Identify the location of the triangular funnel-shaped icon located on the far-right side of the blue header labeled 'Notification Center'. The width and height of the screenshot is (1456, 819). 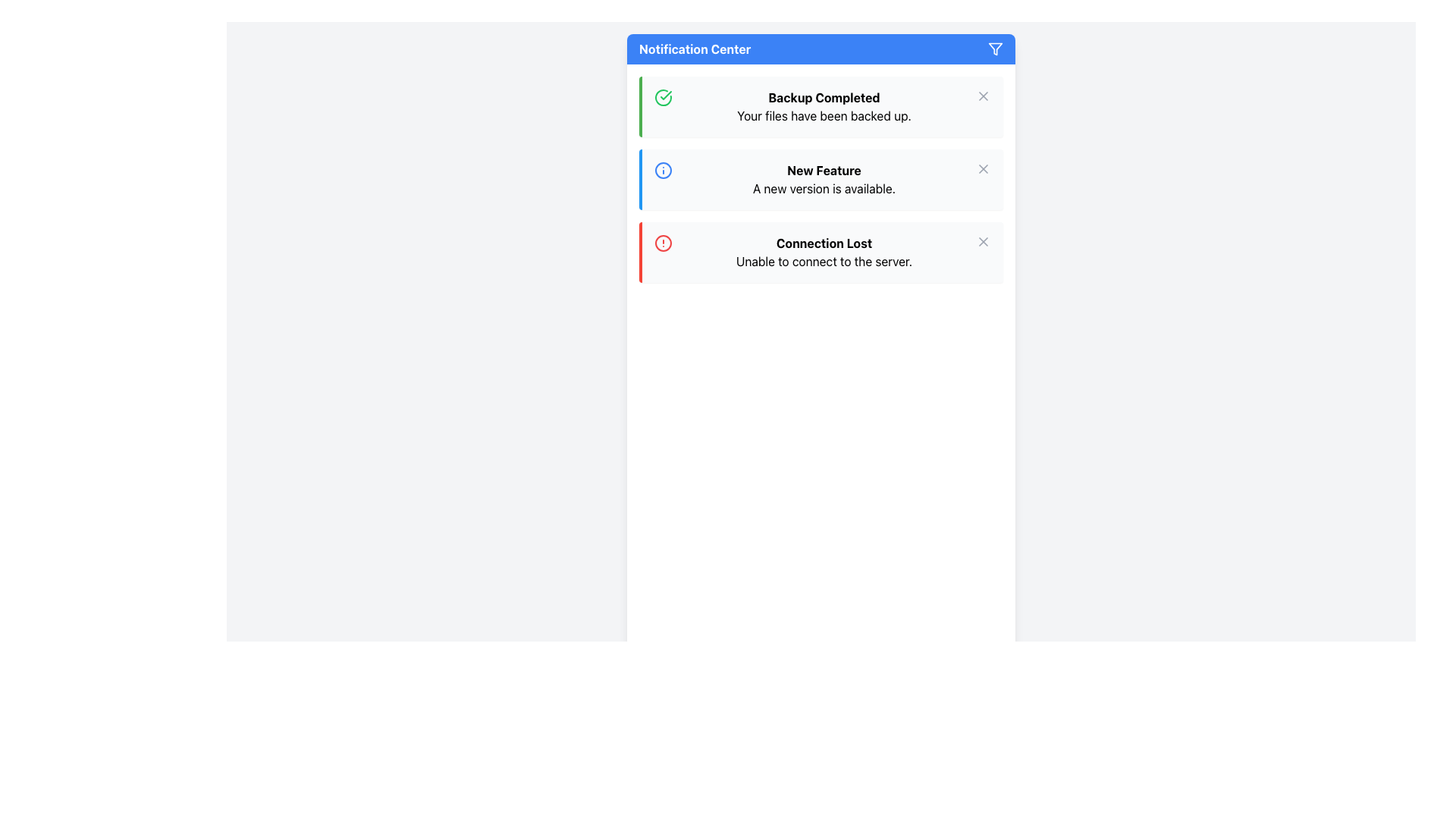
(996, 49).